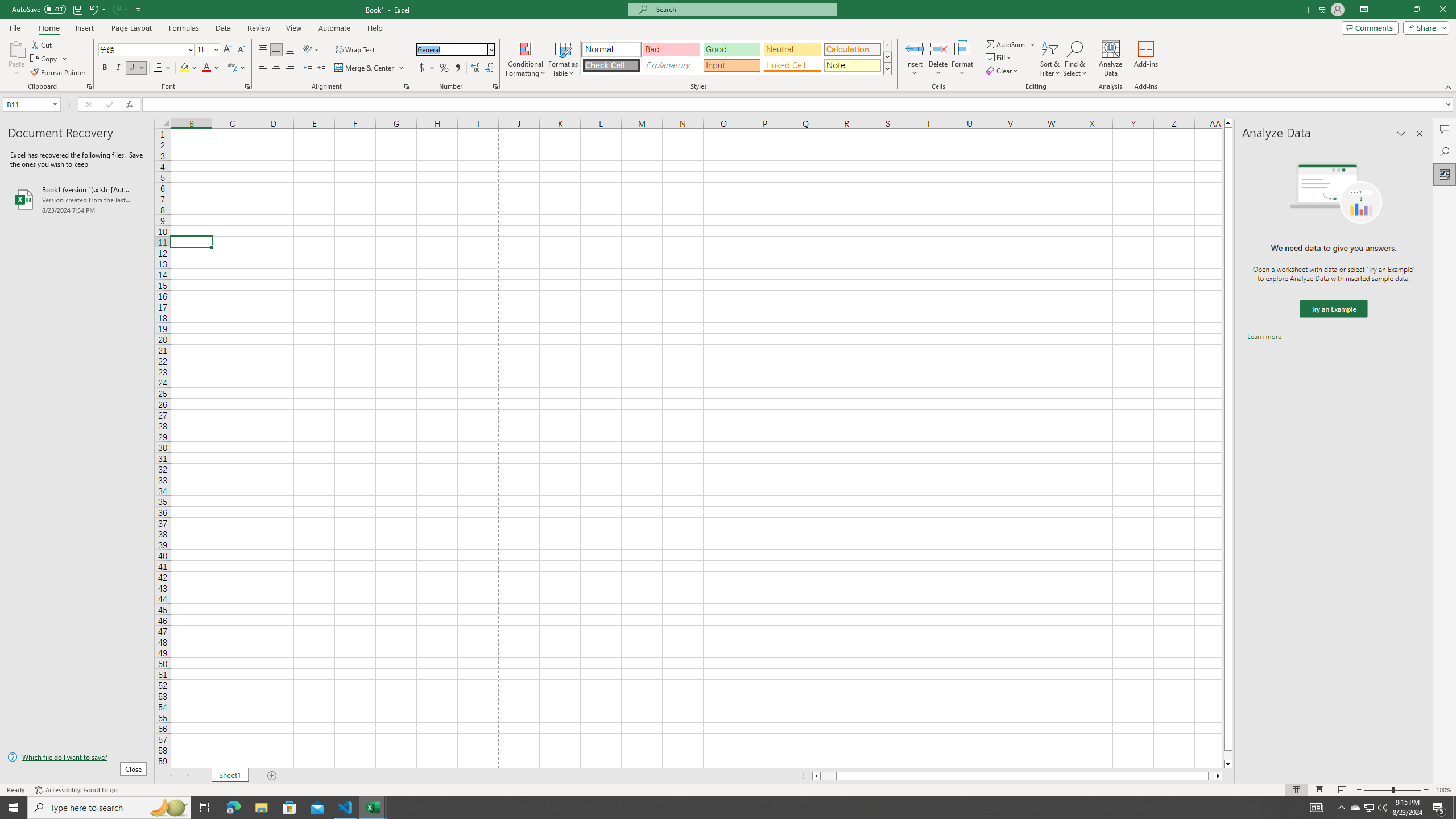 The image size is (1456, 819). Describe the element at coordinates (44, 59) in the screenshot. I see `'Copy'` at that location.